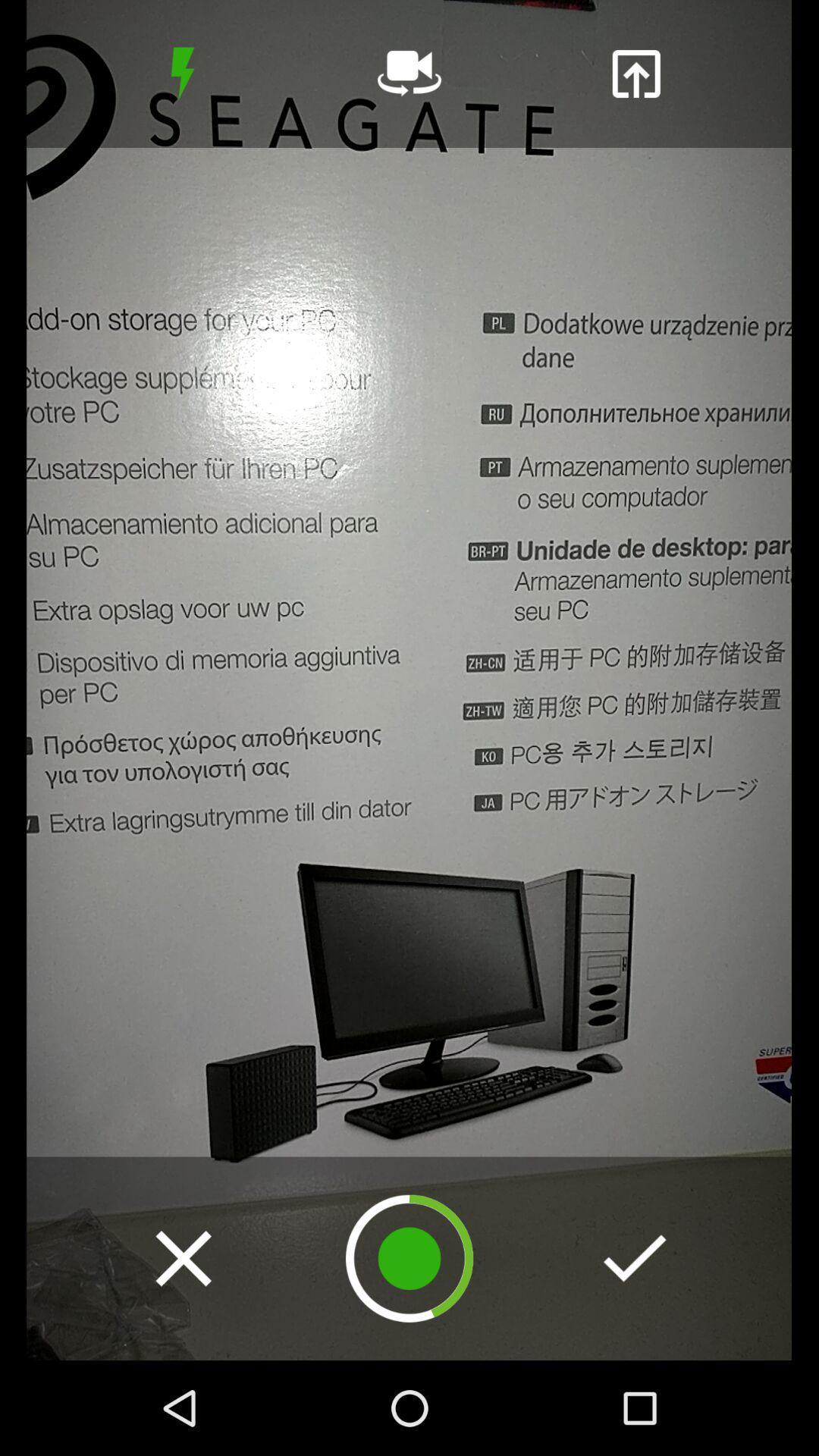 This screenshot has width=819, height=1456. I want to click on loading, so click(409, 1258).